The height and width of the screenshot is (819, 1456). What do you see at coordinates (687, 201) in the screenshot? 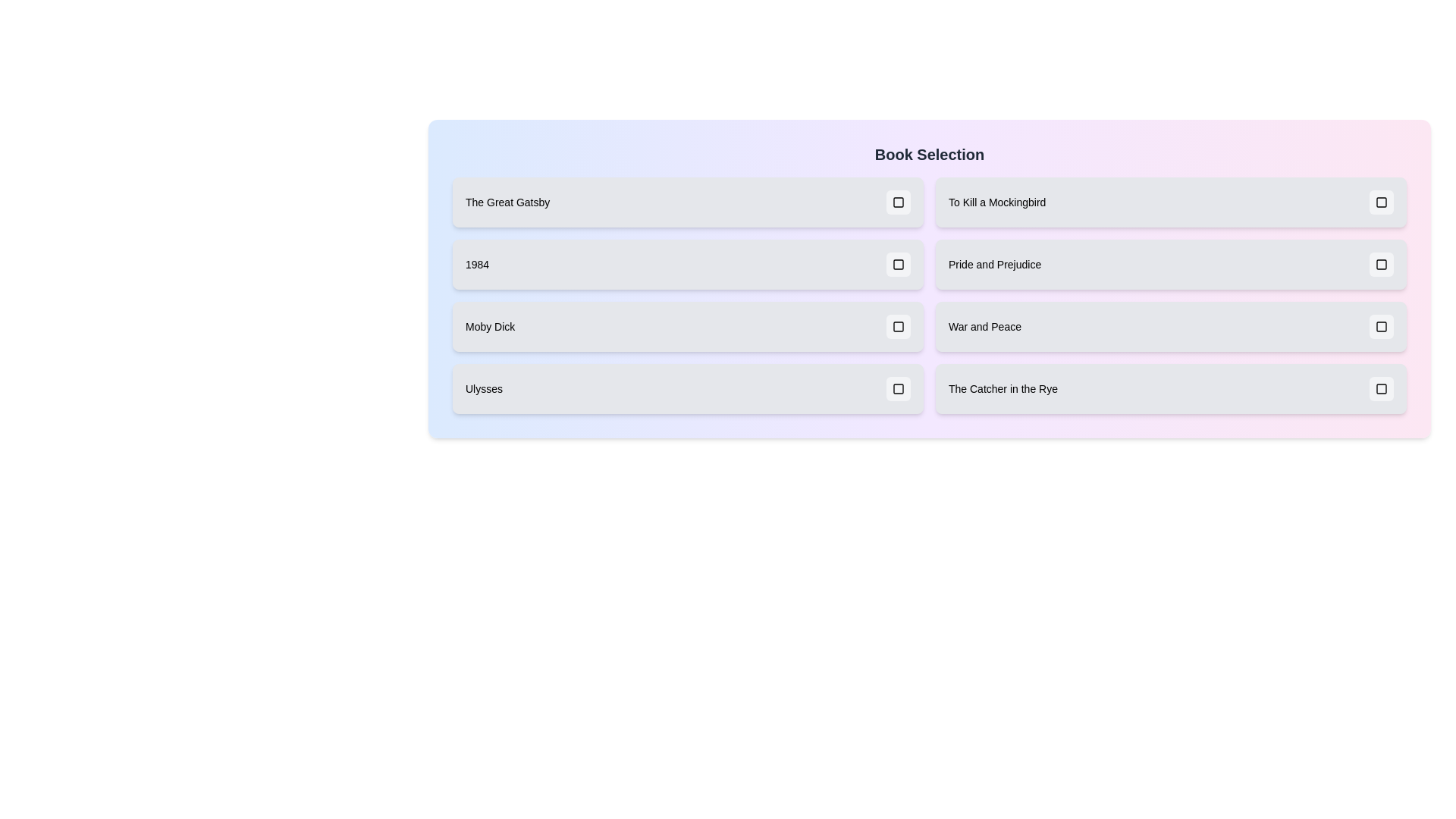
I see `the book item labeled 'The Great Gatsby' to observe its visual transition` at bounding box center [687, 201].